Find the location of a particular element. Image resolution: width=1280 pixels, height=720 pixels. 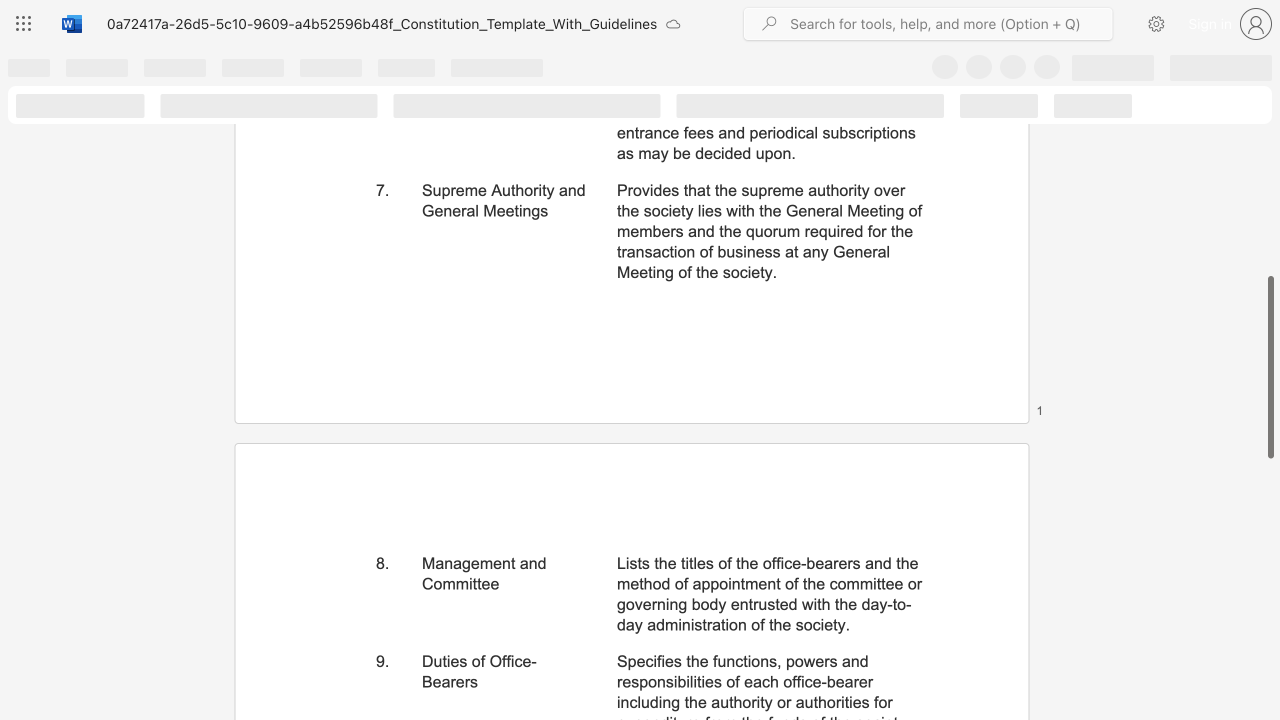

the subset text "e day-to-" within the text "Lists the titles of the office-bearers and the method of appointment of the committee or governing body entrusted with the day-to-day administration of the society." is located at coordinates (848, 603).